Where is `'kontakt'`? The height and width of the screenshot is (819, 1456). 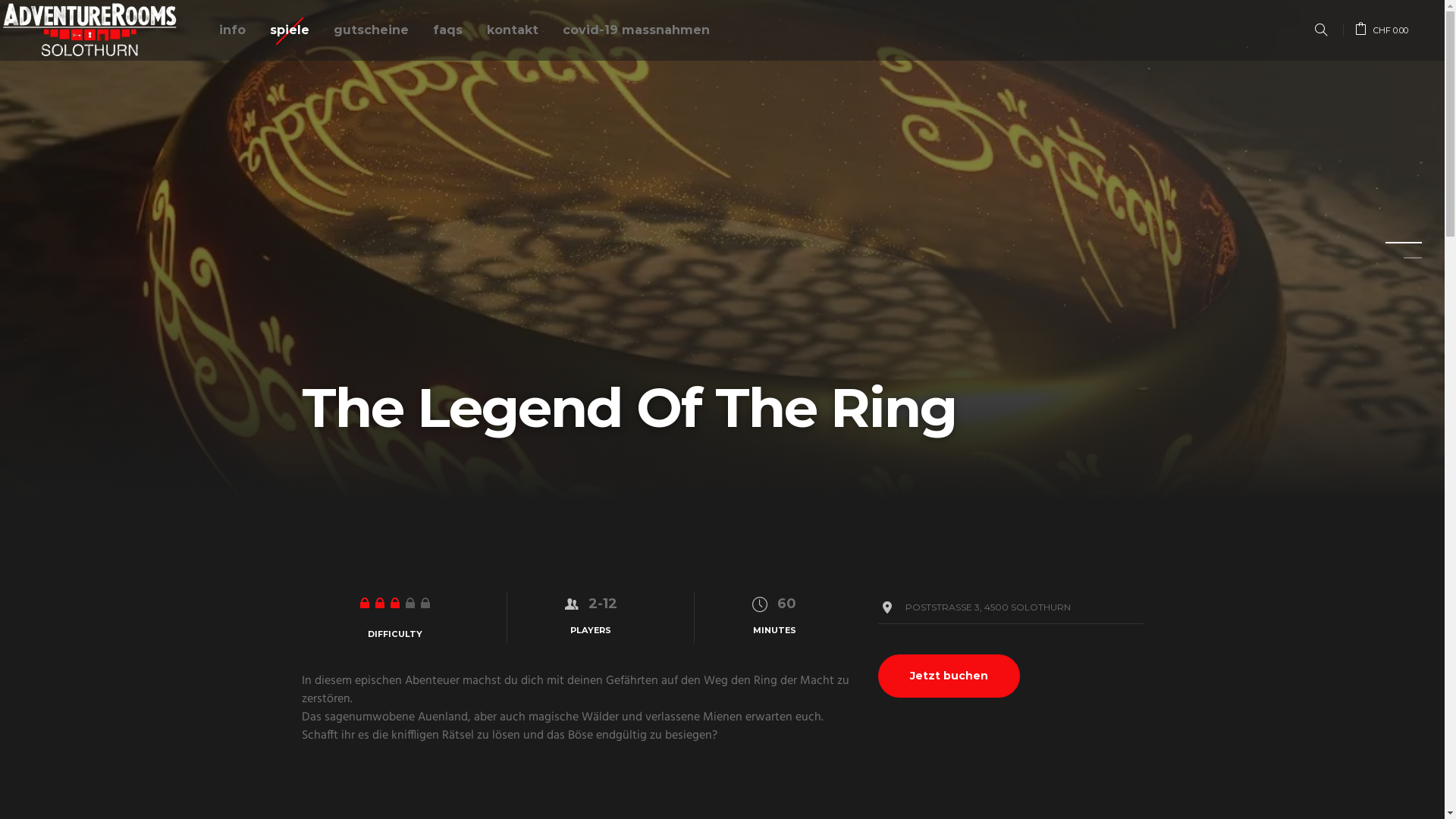 'kontakt' is located at coordinates (513, 30).